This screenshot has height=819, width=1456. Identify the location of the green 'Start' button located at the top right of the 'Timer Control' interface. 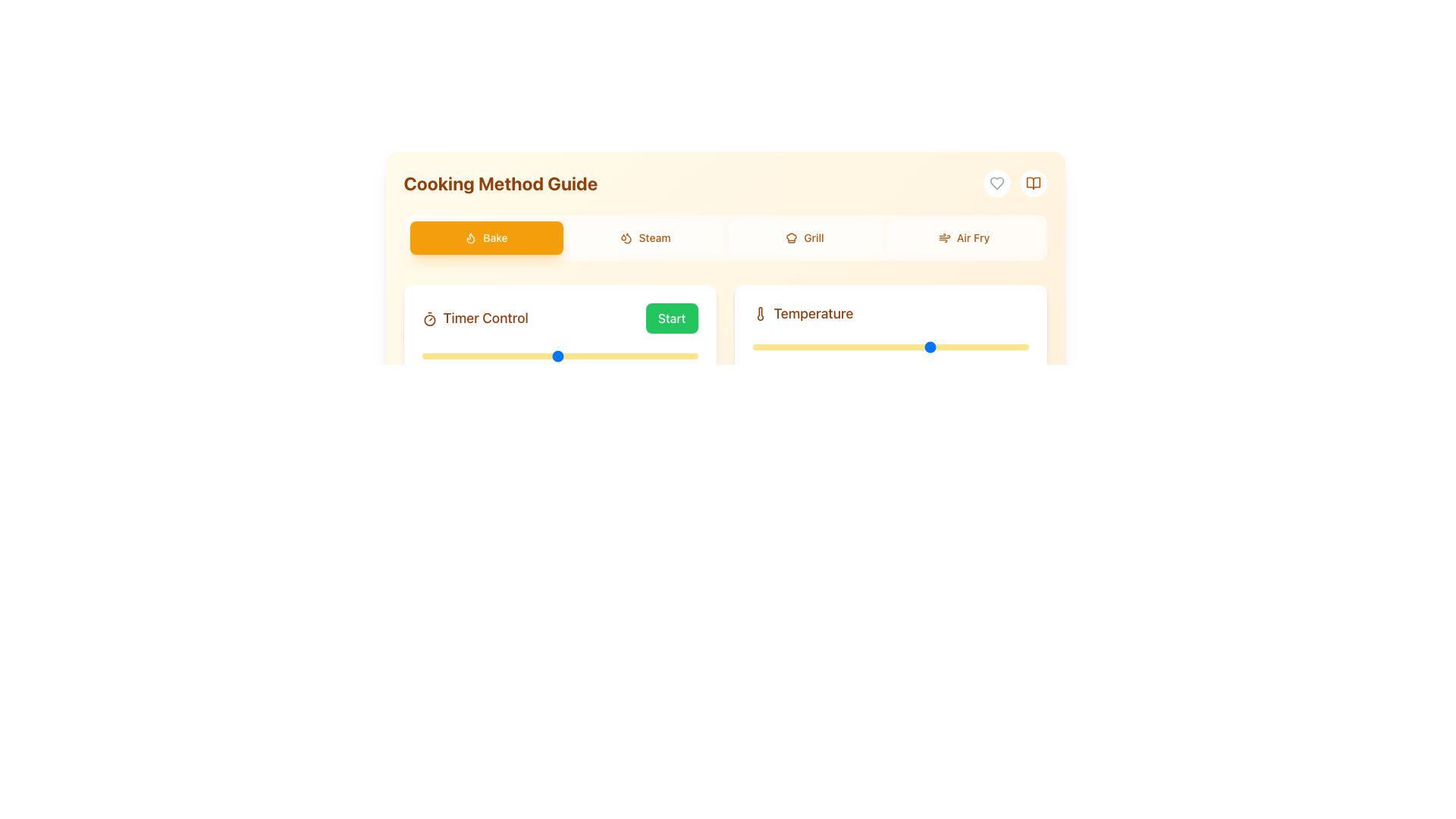
(559, 351).